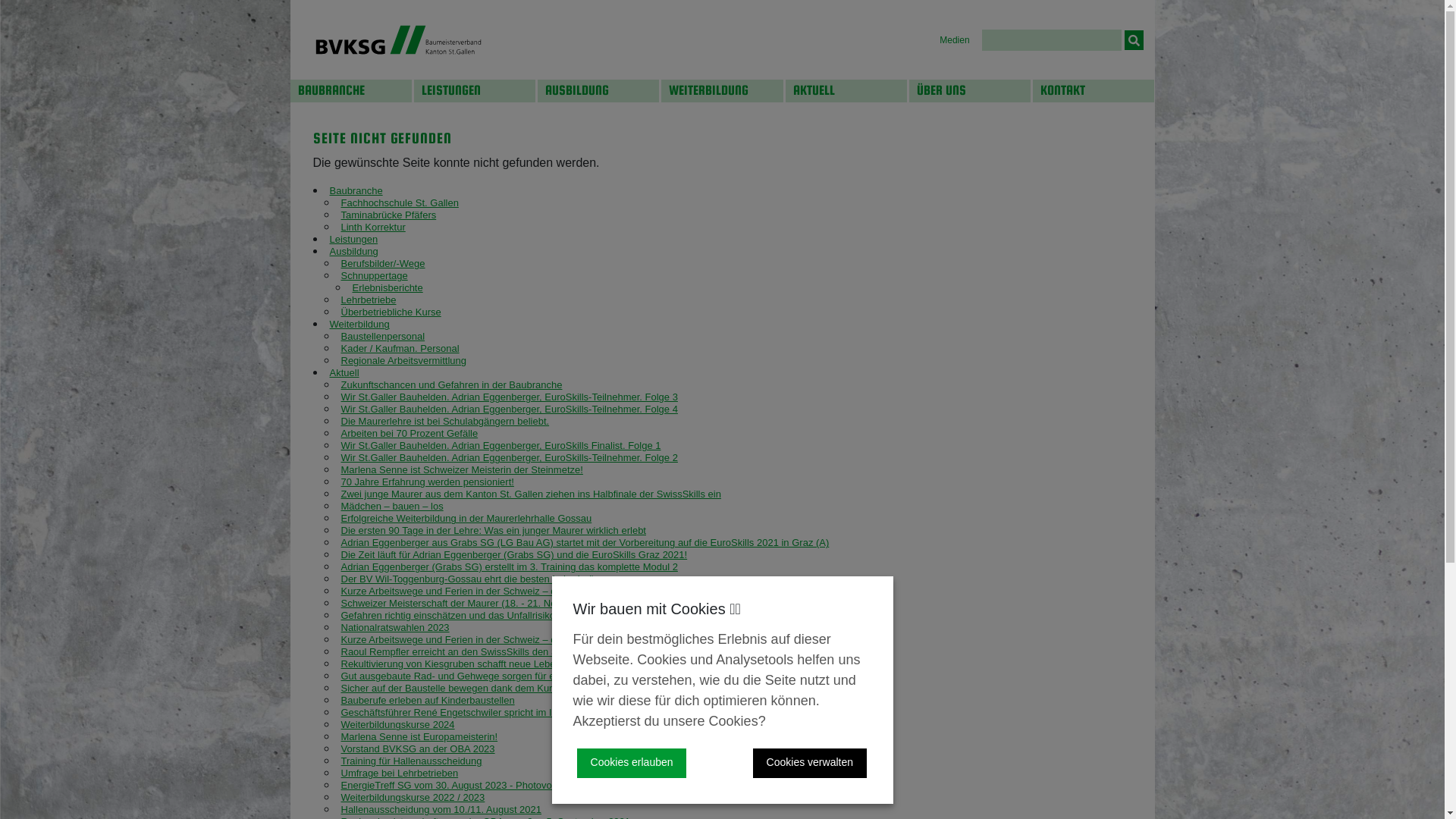 The image size is (1456, 819). What do you see at coordinates (479, 602) in the screenshot?
I see `'Schweizer Meisterschaft der Maurer (18. - 21. November 2020)'` at bounding box center [479, 602].